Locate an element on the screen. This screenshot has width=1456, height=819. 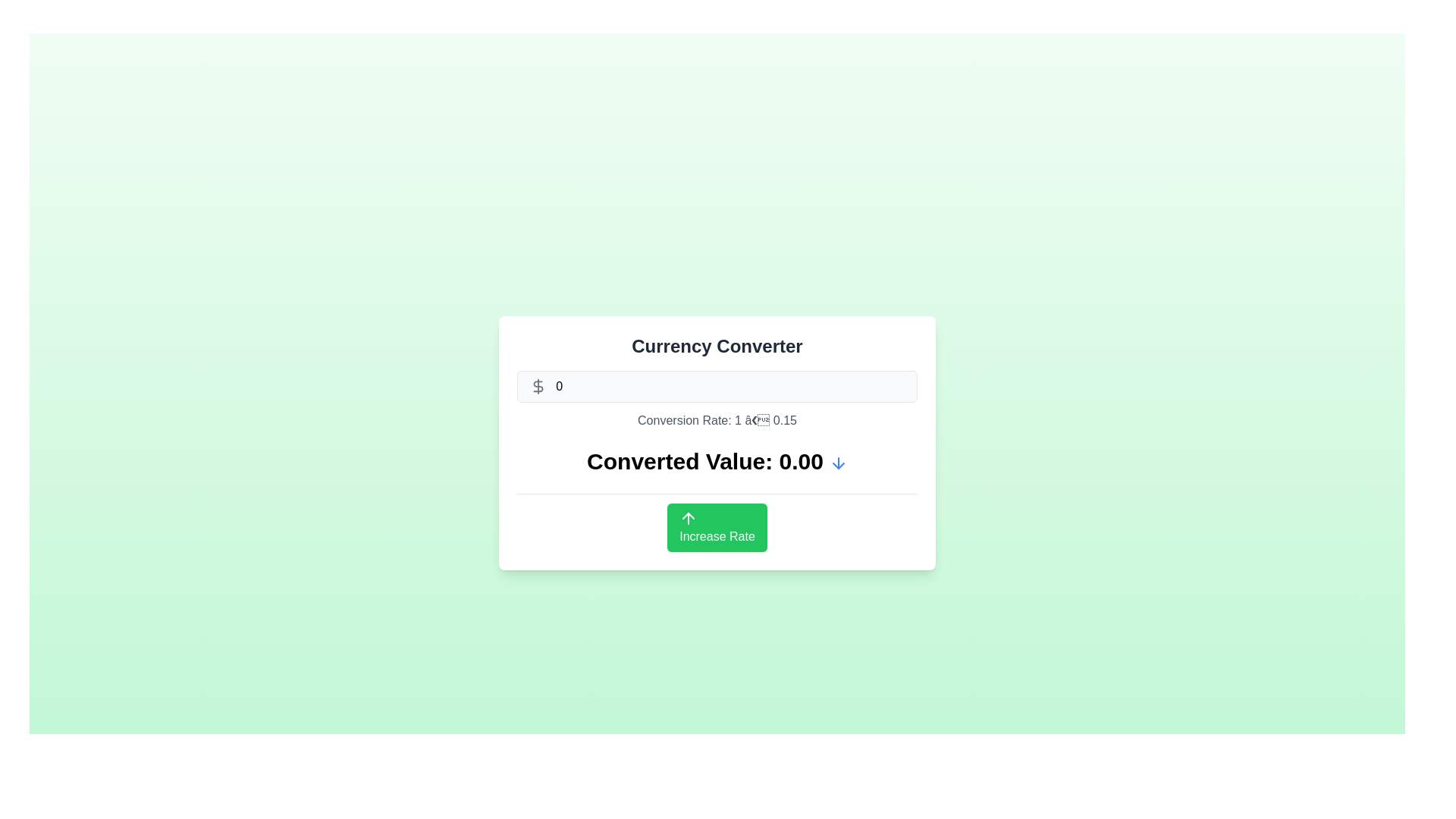
the text label displaying the current exchange rate in the currency converter interface, located below the input field and above the 'Converted Value' display is located at coordinates (716, 420).